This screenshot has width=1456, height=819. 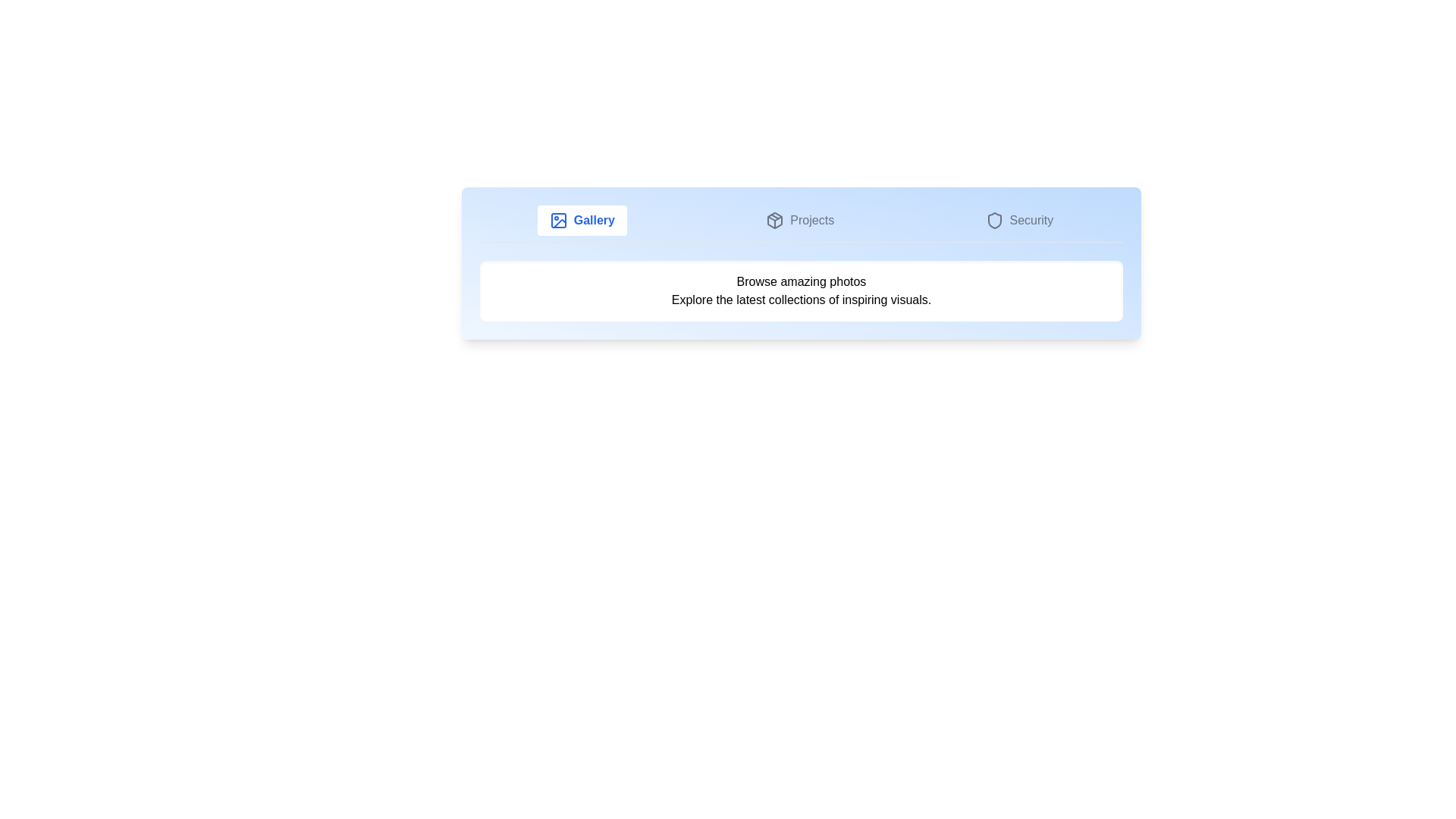 What do you see at coordinates (1019, 220) in the screenshot?
I see `the Security tab by clicking its respective button` at bounding box center [1019, 220].